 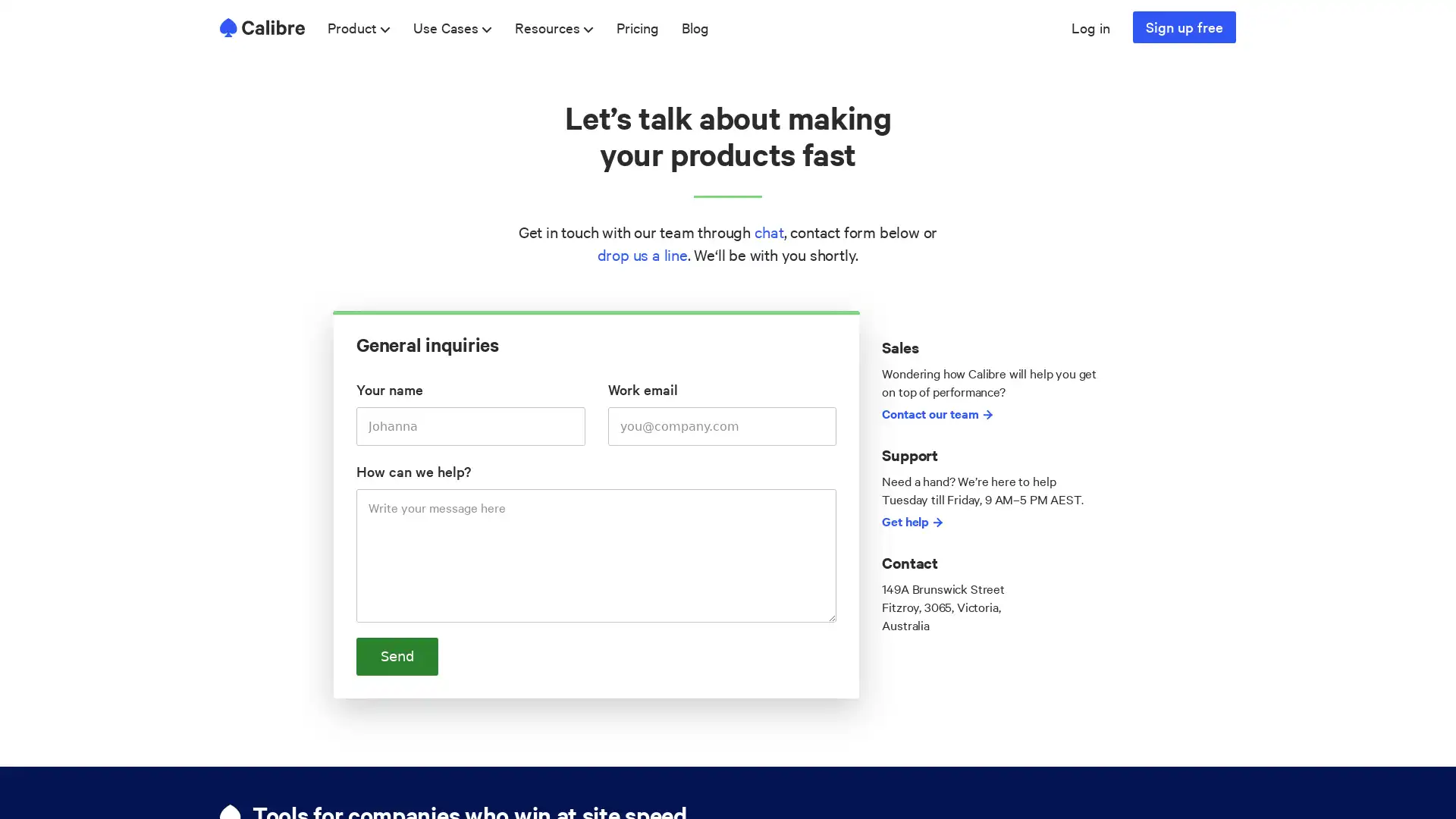 What do you see at coordinates (768, 231) in the screenshot?
I see `chat` at bounding box center [768, 231].